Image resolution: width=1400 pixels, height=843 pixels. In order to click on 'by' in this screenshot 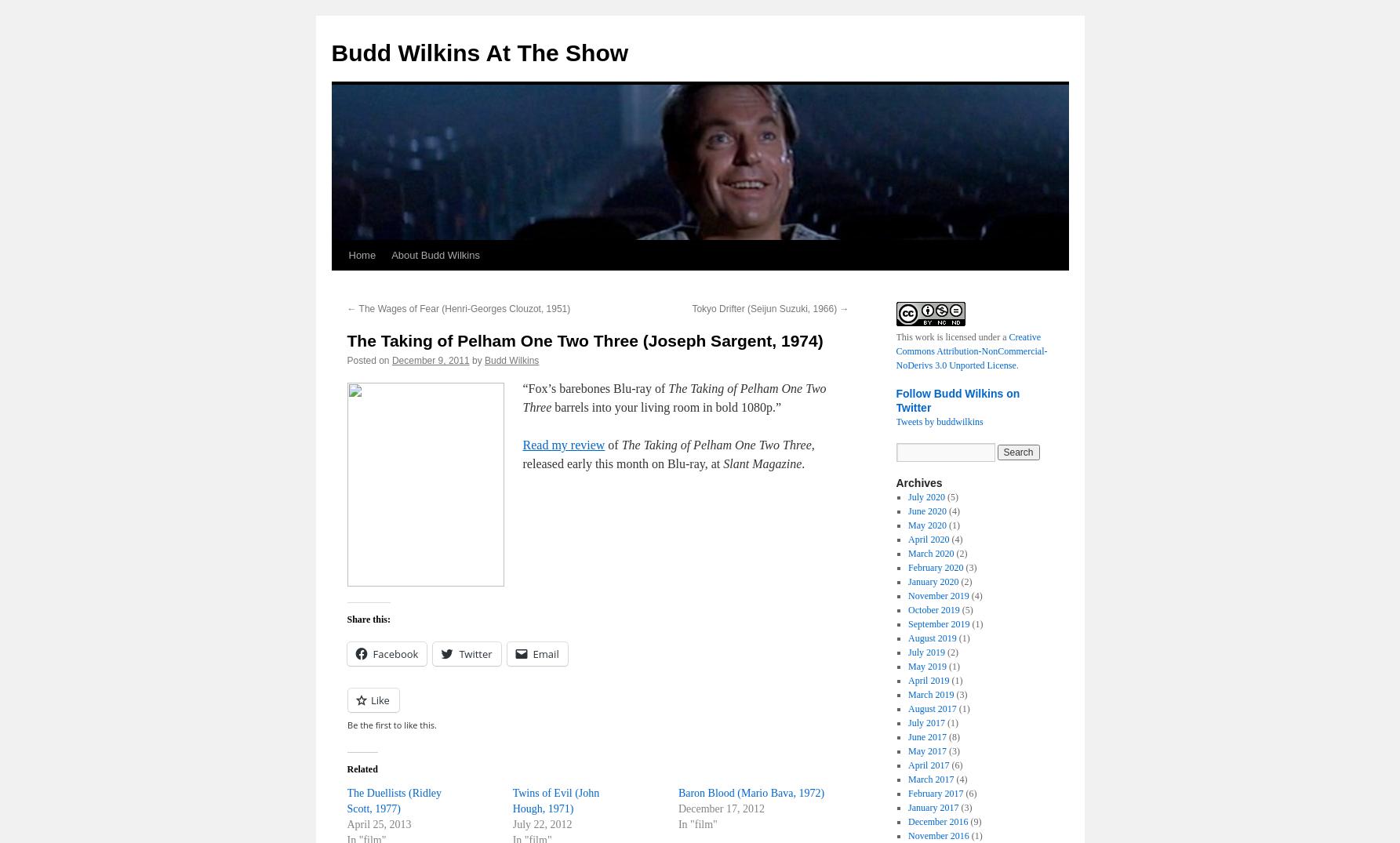, I will do `click(476, 360)`.